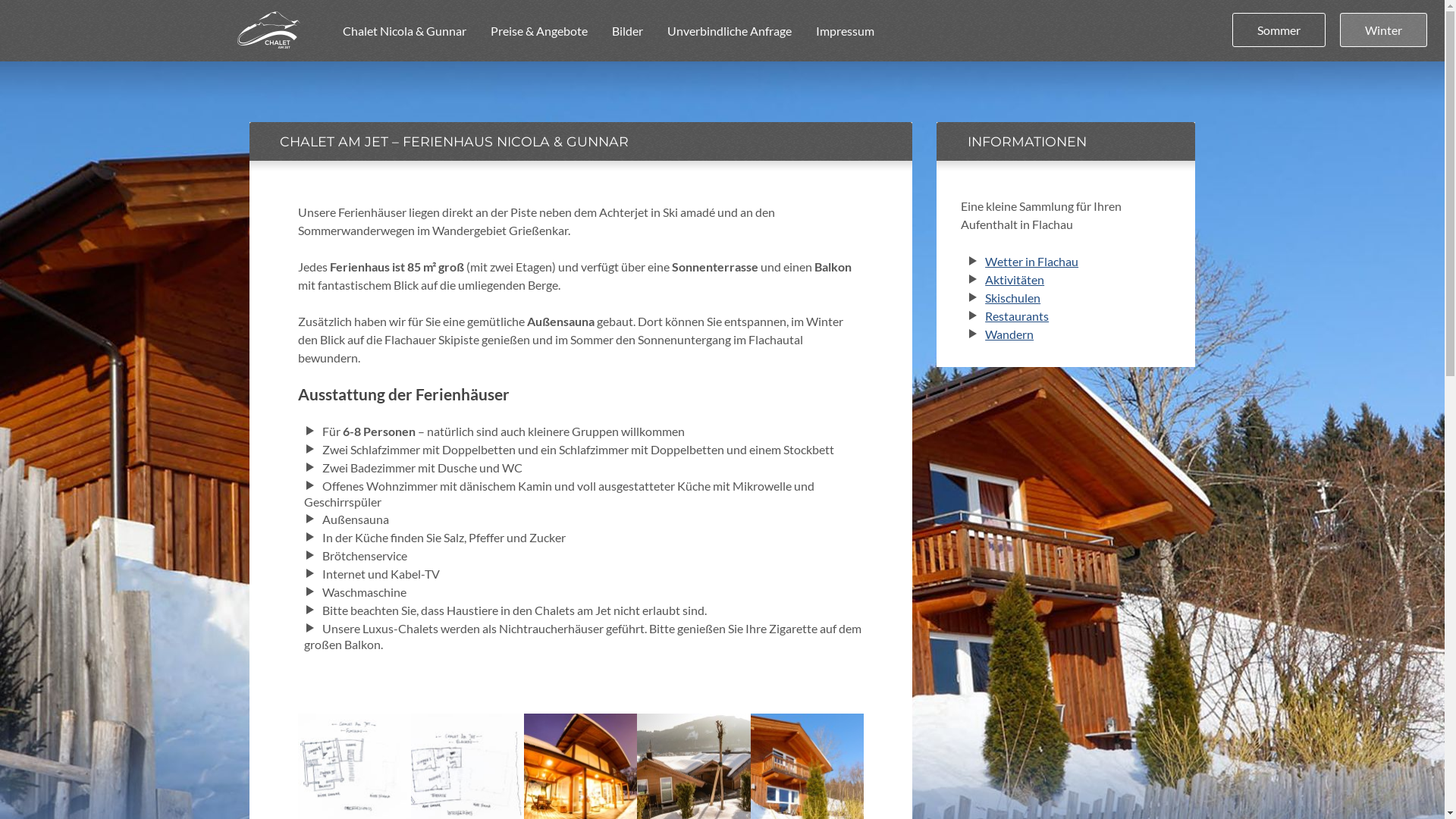 The height and width of the screenshot is (819, 1456). Describe the element at coordinates (1016, 315) in the screenshot. I see `'Restaurants'` at that location.